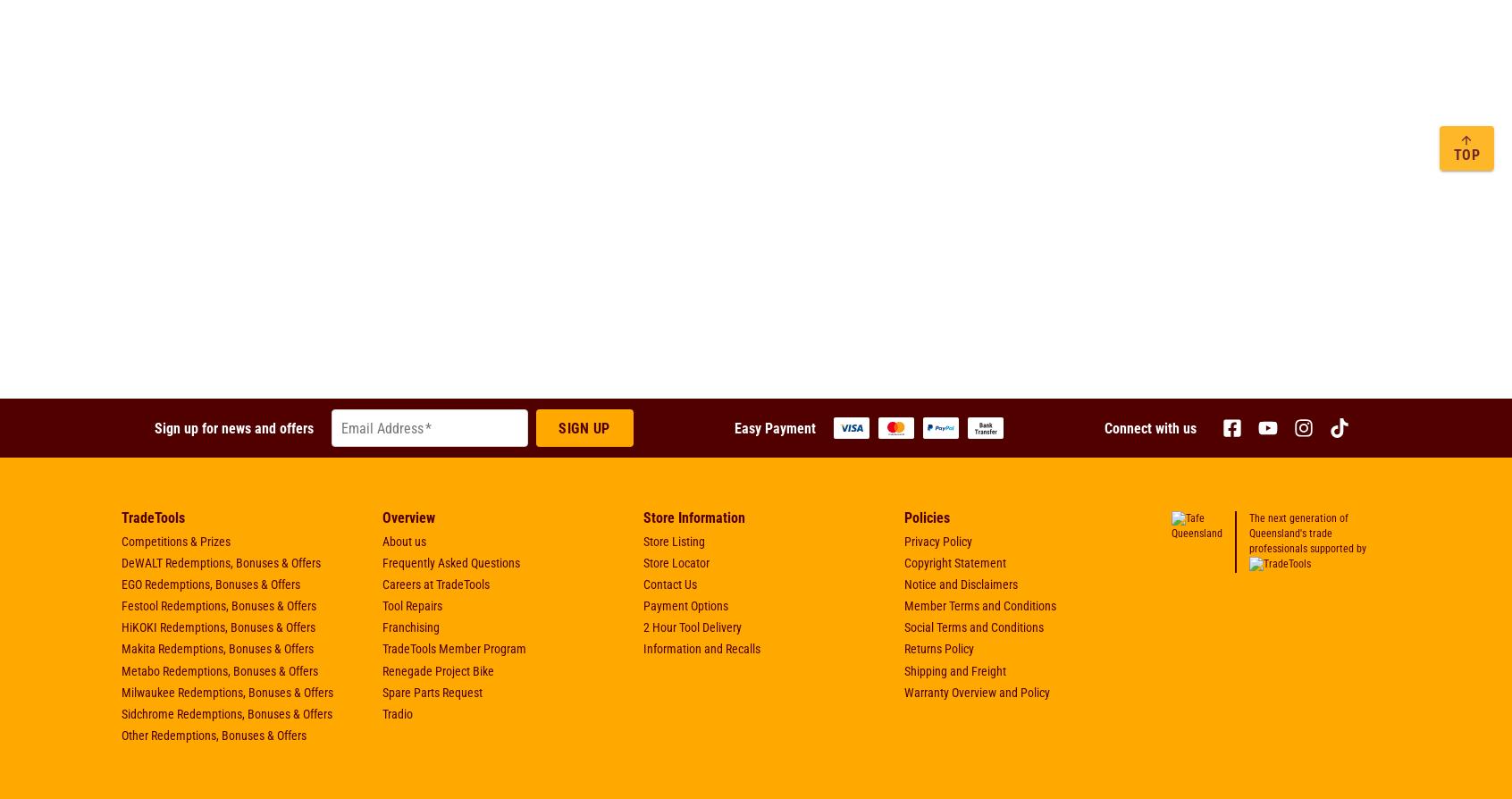  Describe the element at coordinates (437, 669) in the screenshot. I see `'Renegade Project Bike'` at that location.